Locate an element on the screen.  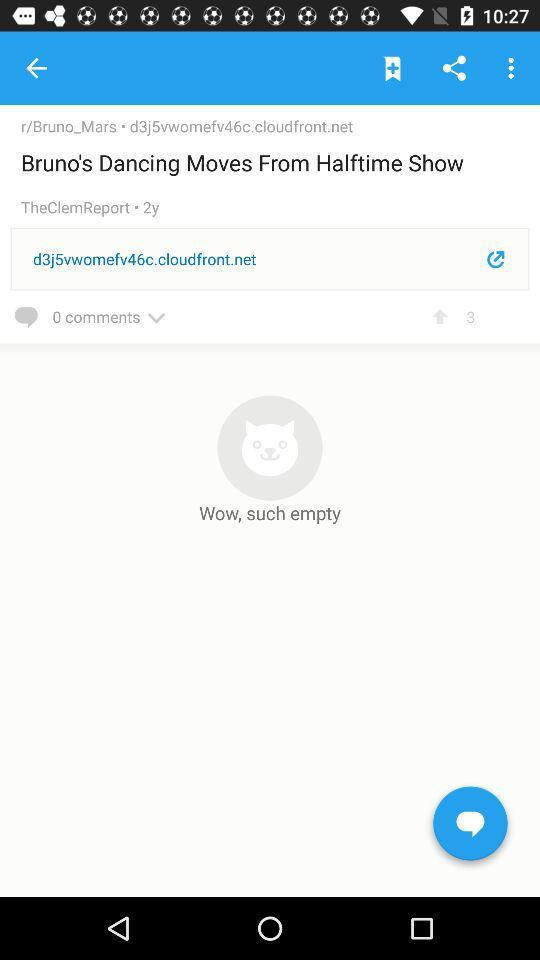
the item below bruno s dancing item is located at coordinates (80, 207).